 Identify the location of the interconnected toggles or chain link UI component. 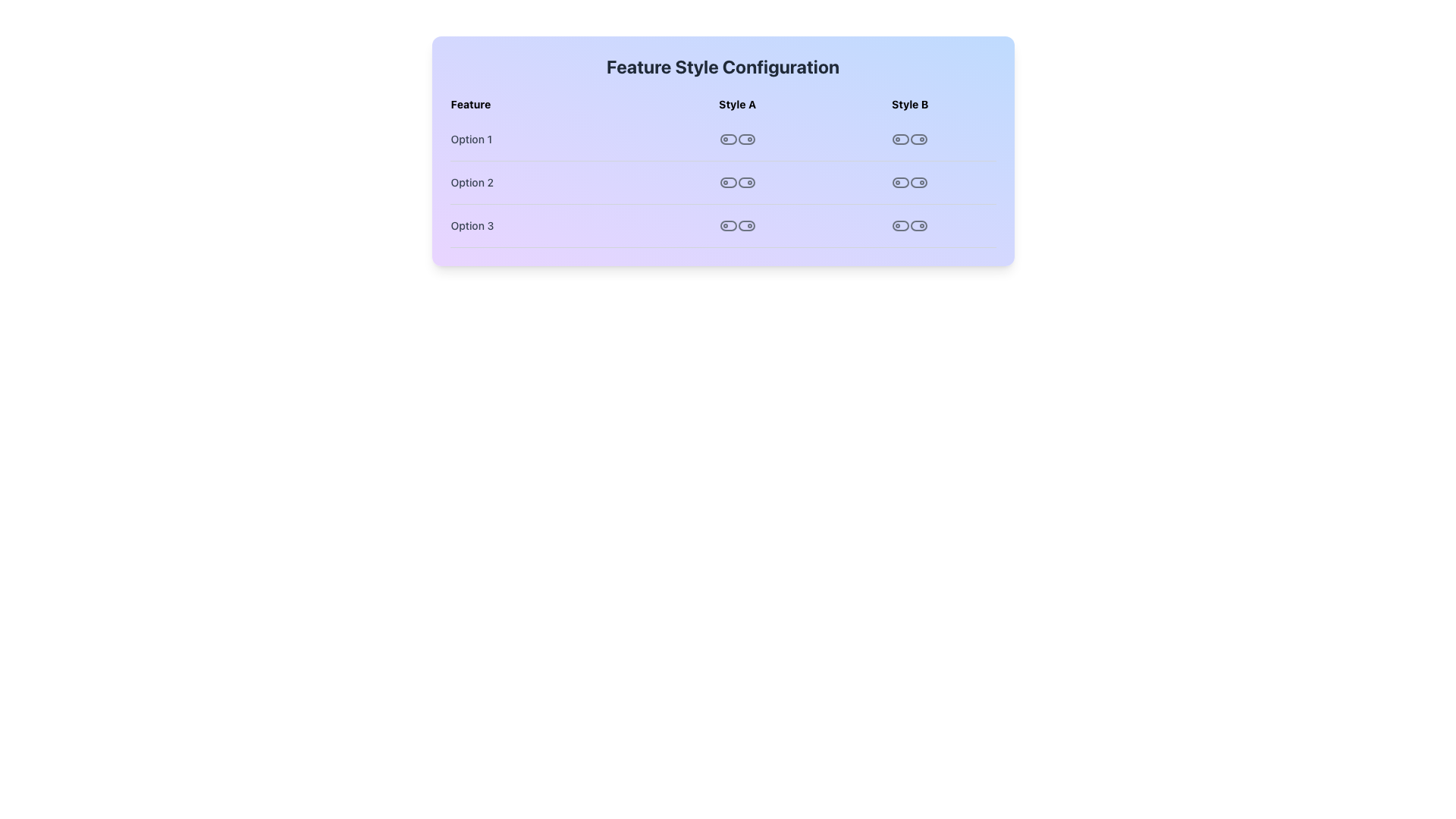
(910, 225).